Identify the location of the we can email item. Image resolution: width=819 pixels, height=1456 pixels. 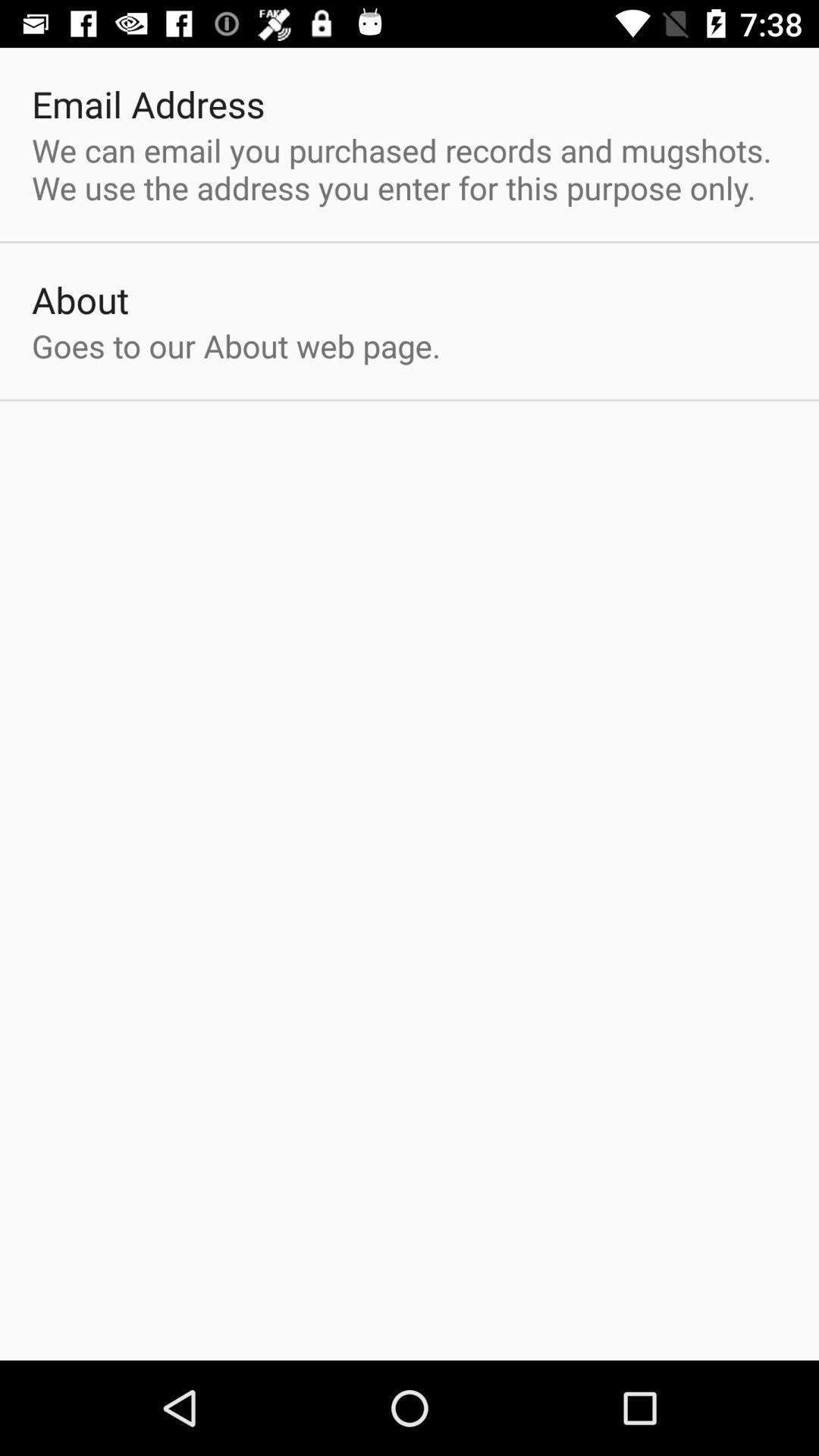
(409, 168).